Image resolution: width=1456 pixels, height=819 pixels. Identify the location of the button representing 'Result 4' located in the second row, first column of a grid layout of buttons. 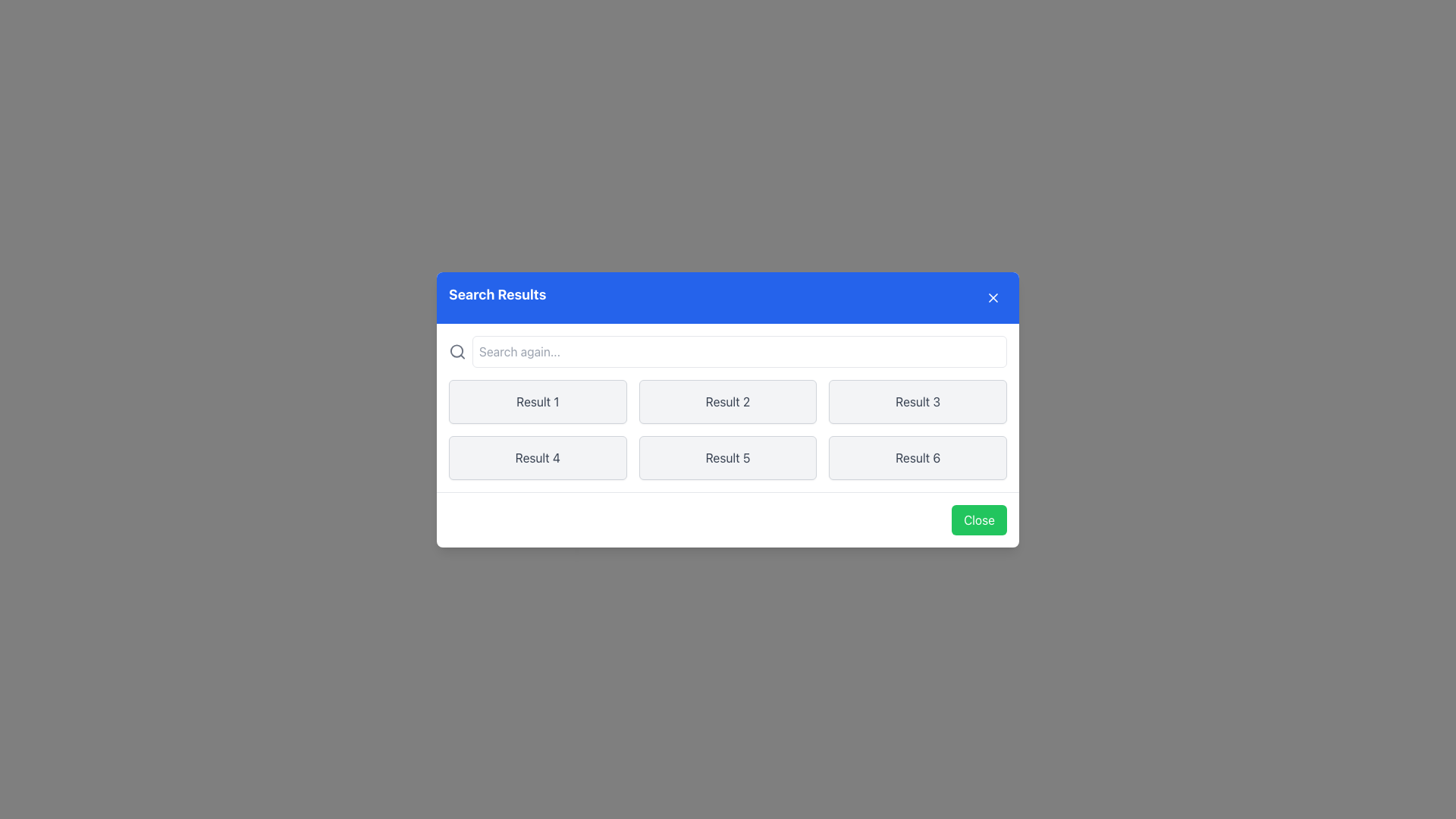
(538, 457).